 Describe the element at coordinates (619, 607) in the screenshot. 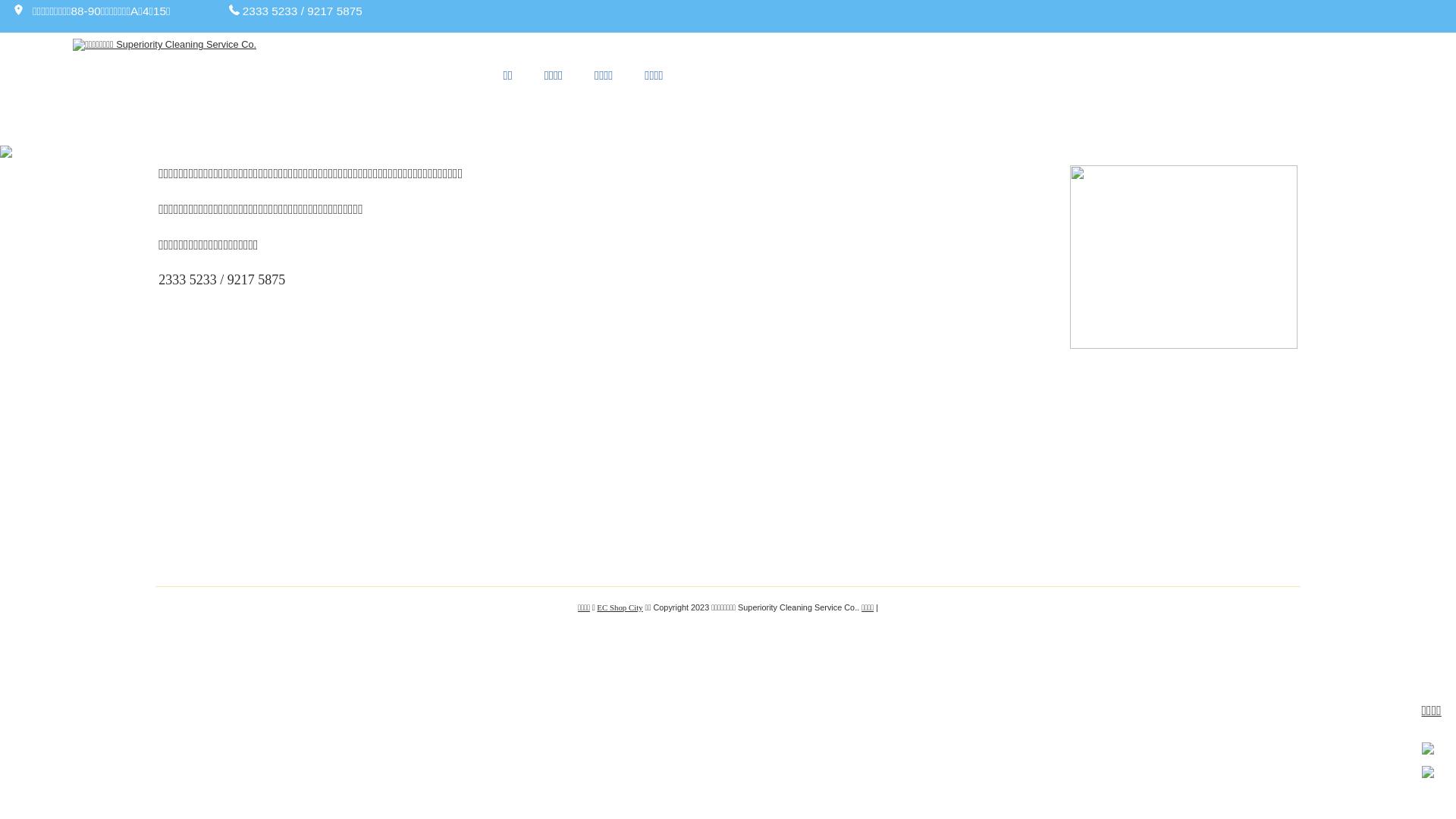

I see `'EC Shop City'` at that location.